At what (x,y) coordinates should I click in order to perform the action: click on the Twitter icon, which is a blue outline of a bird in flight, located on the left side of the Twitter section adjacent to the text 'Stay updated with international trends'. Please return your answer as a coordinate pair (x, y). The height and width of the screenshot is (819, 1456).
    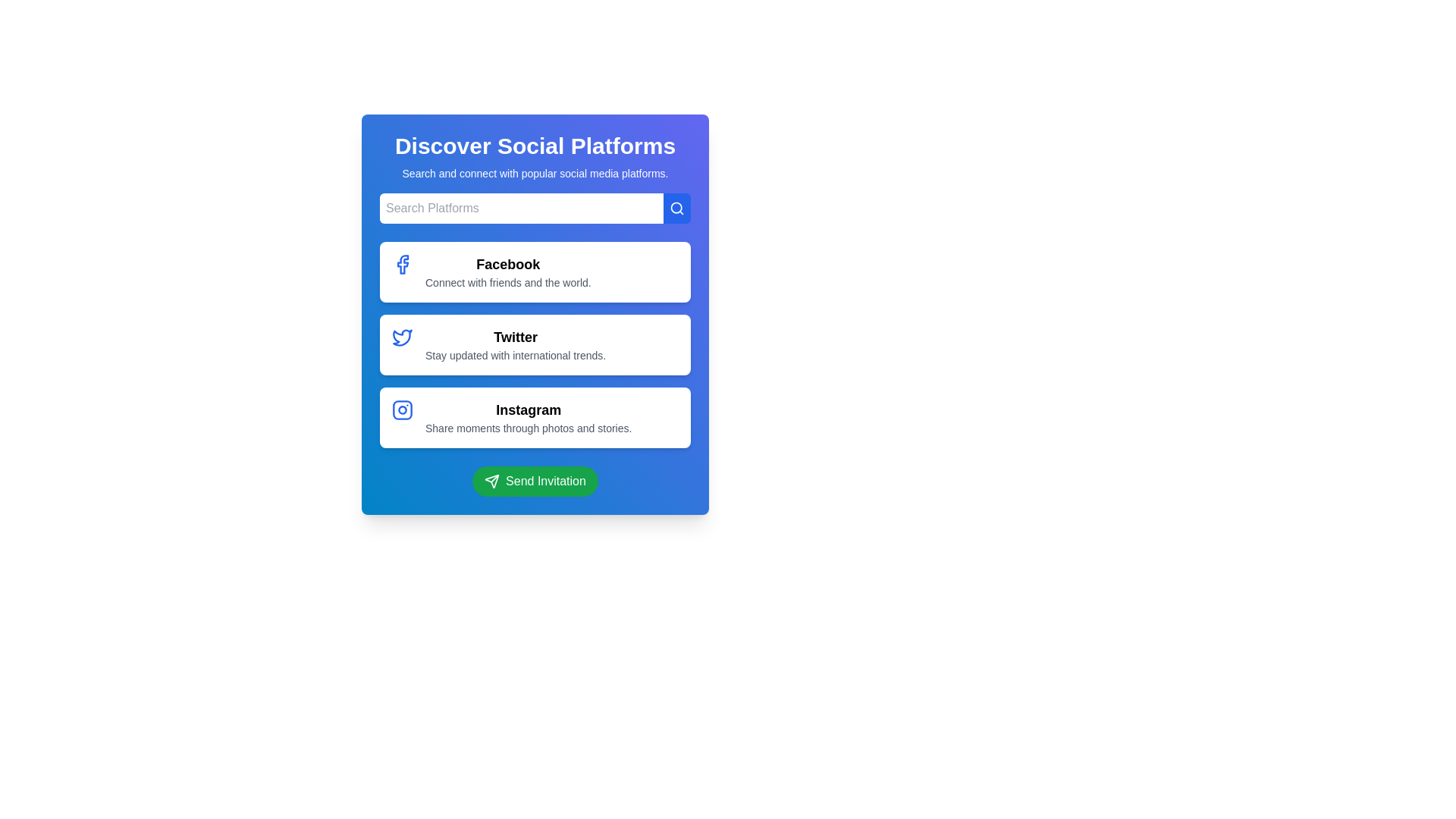
    Looking at the image, I should click on (403, 336).